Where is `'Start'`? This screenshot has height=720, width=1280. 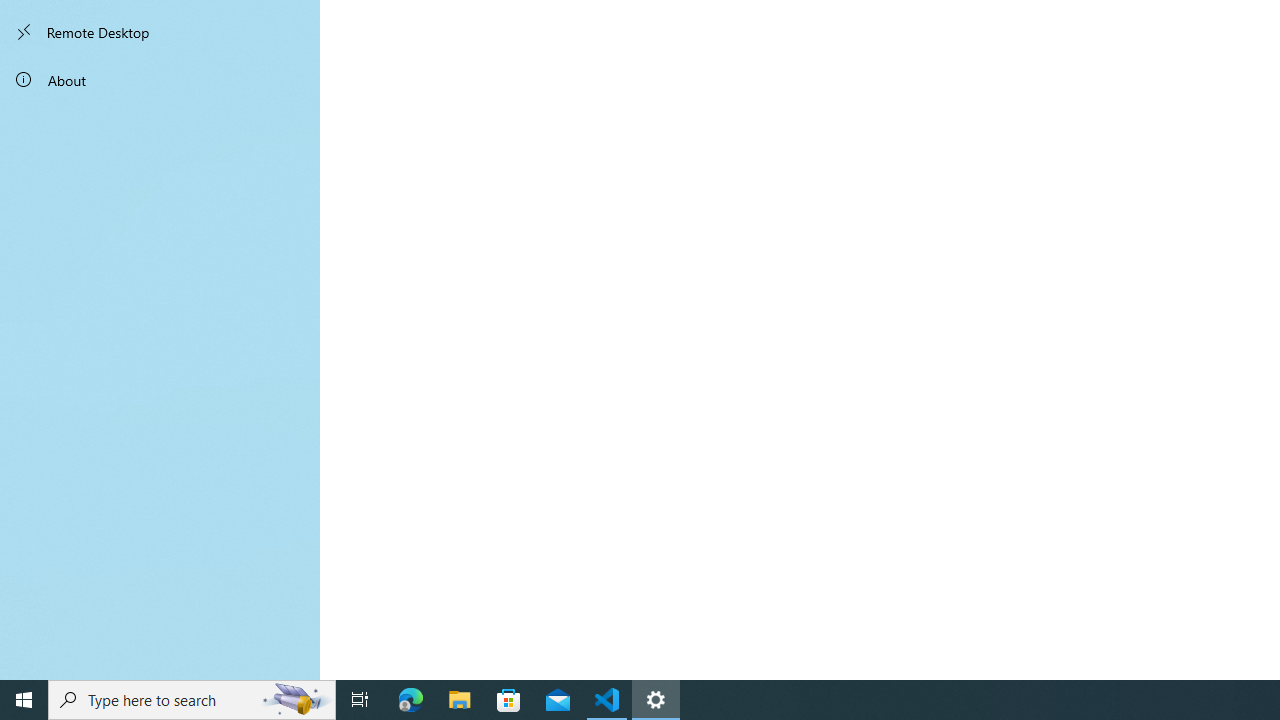 'Start' is located at coordinates (24, 698).